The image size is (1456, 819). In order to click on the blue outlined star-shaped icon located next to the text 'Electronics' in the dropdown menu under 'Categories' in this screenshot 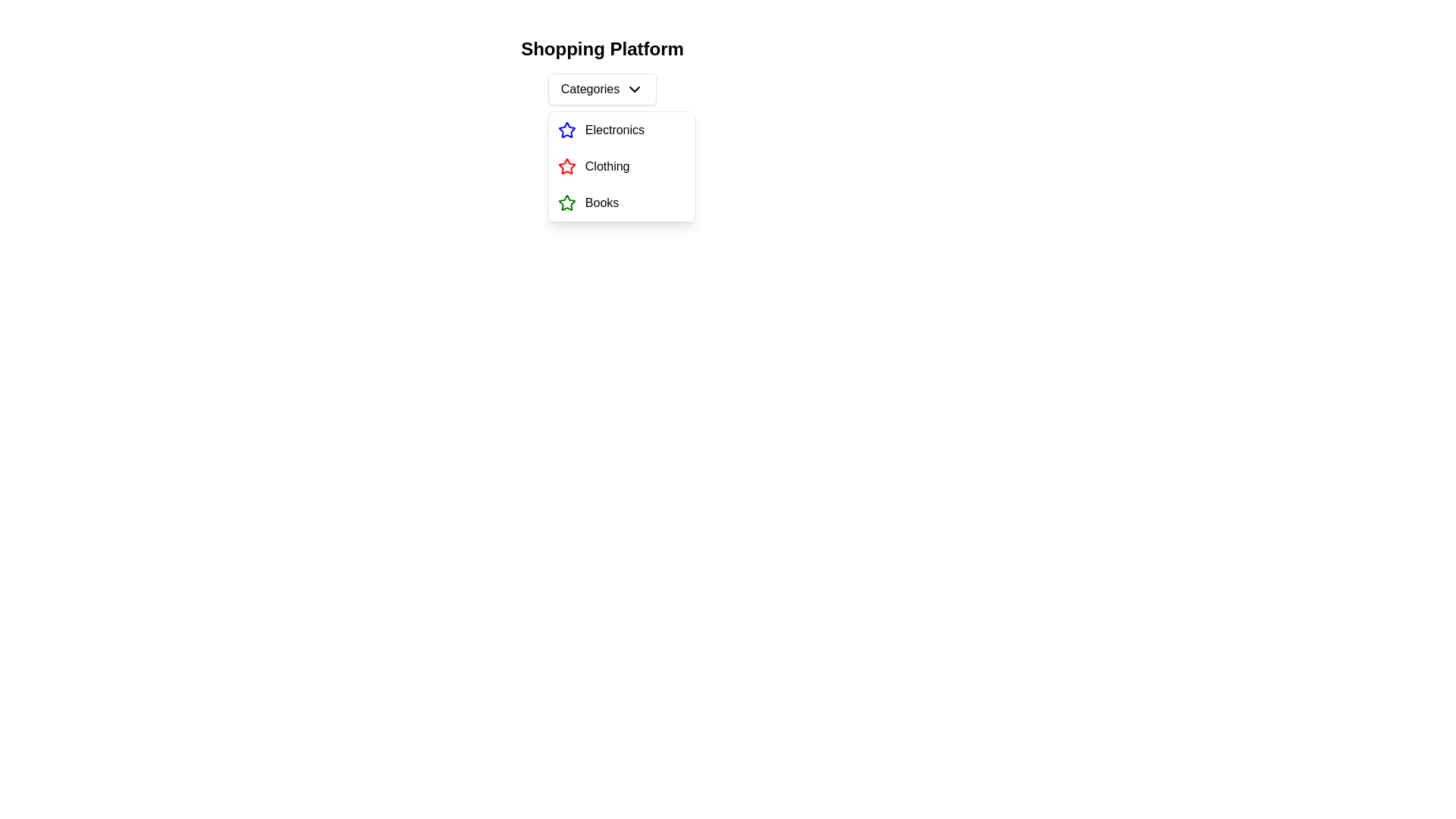, I will do `click(566, 130)`.